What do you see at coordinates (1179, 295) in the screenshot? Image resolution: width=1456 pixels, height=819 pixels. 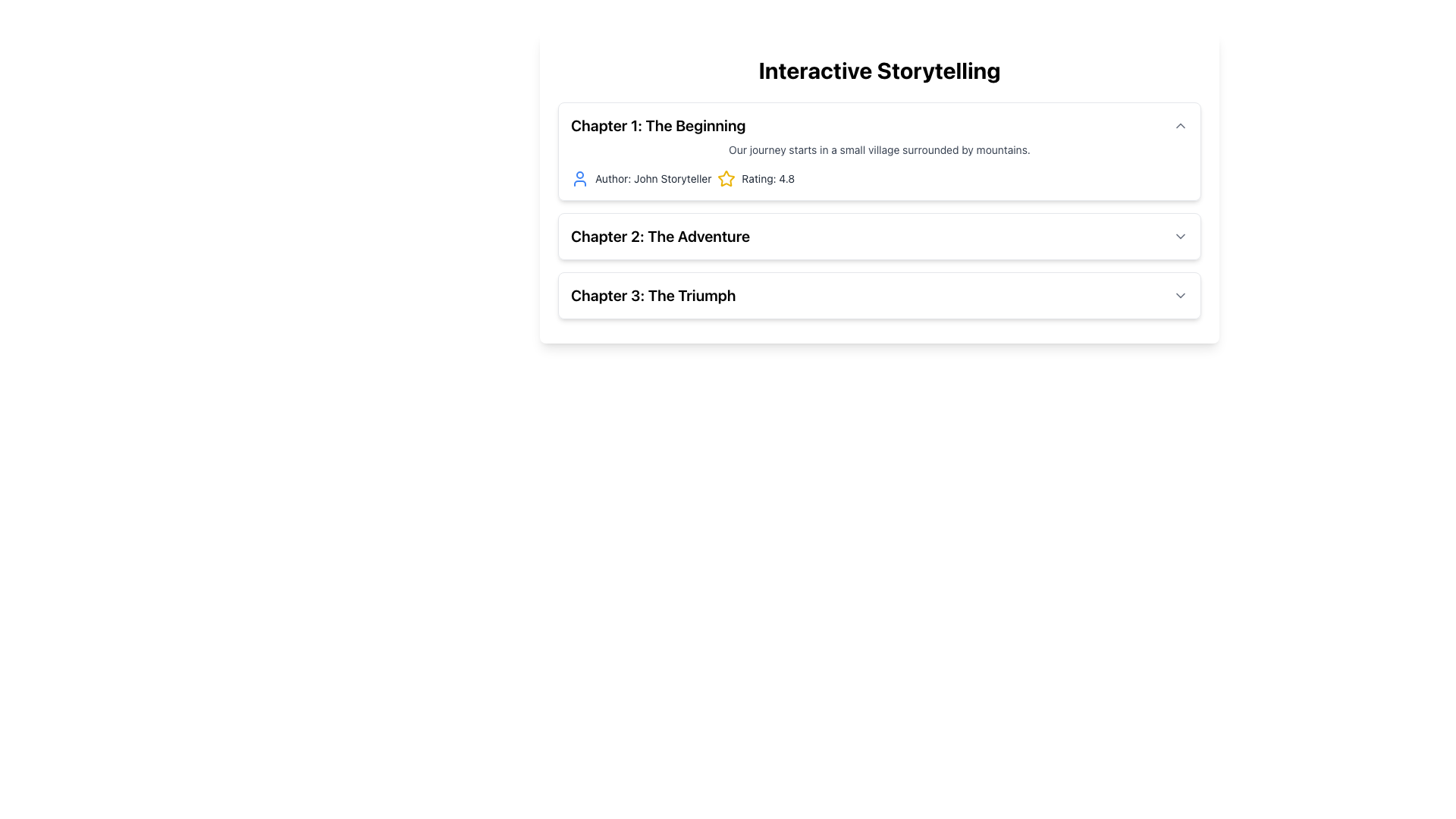 I see `the chevron icon located at the far right of the header section labeled 'Chapter 3: The Triumph'` at bounding box center [1179, 295].